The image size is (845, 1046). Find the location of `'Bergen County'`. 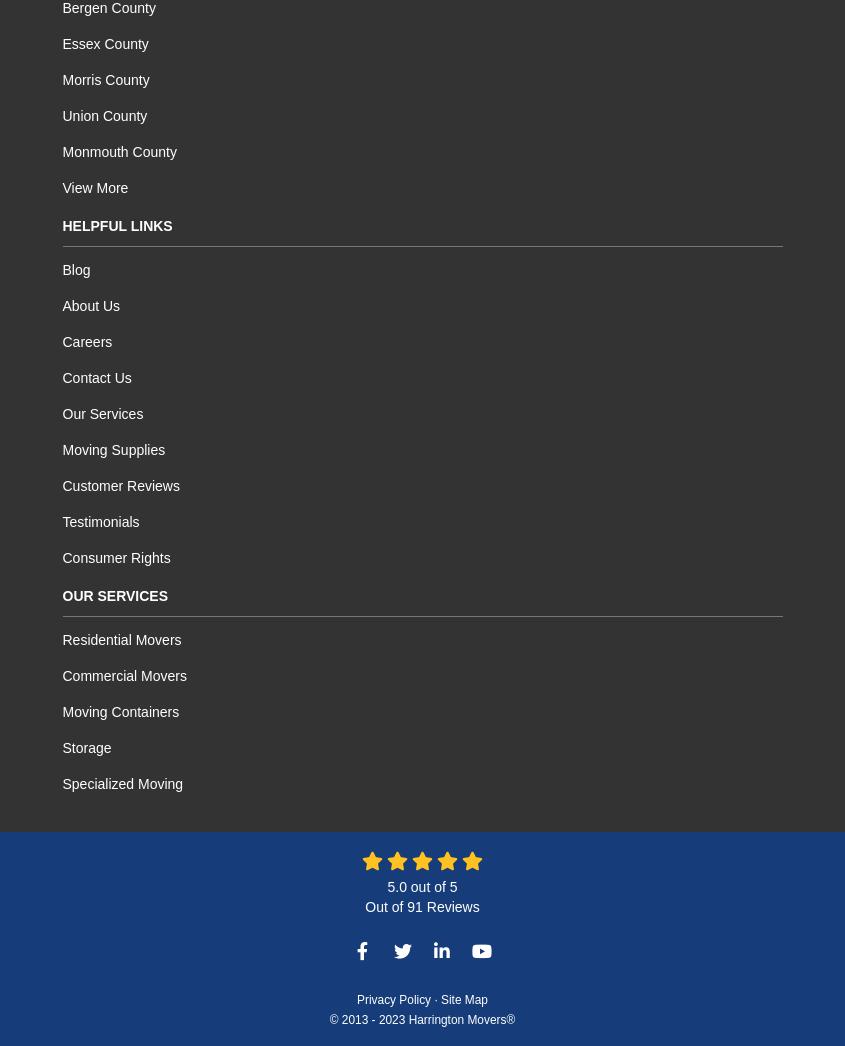

'Bergen County' is located at coordinates (108, 6).